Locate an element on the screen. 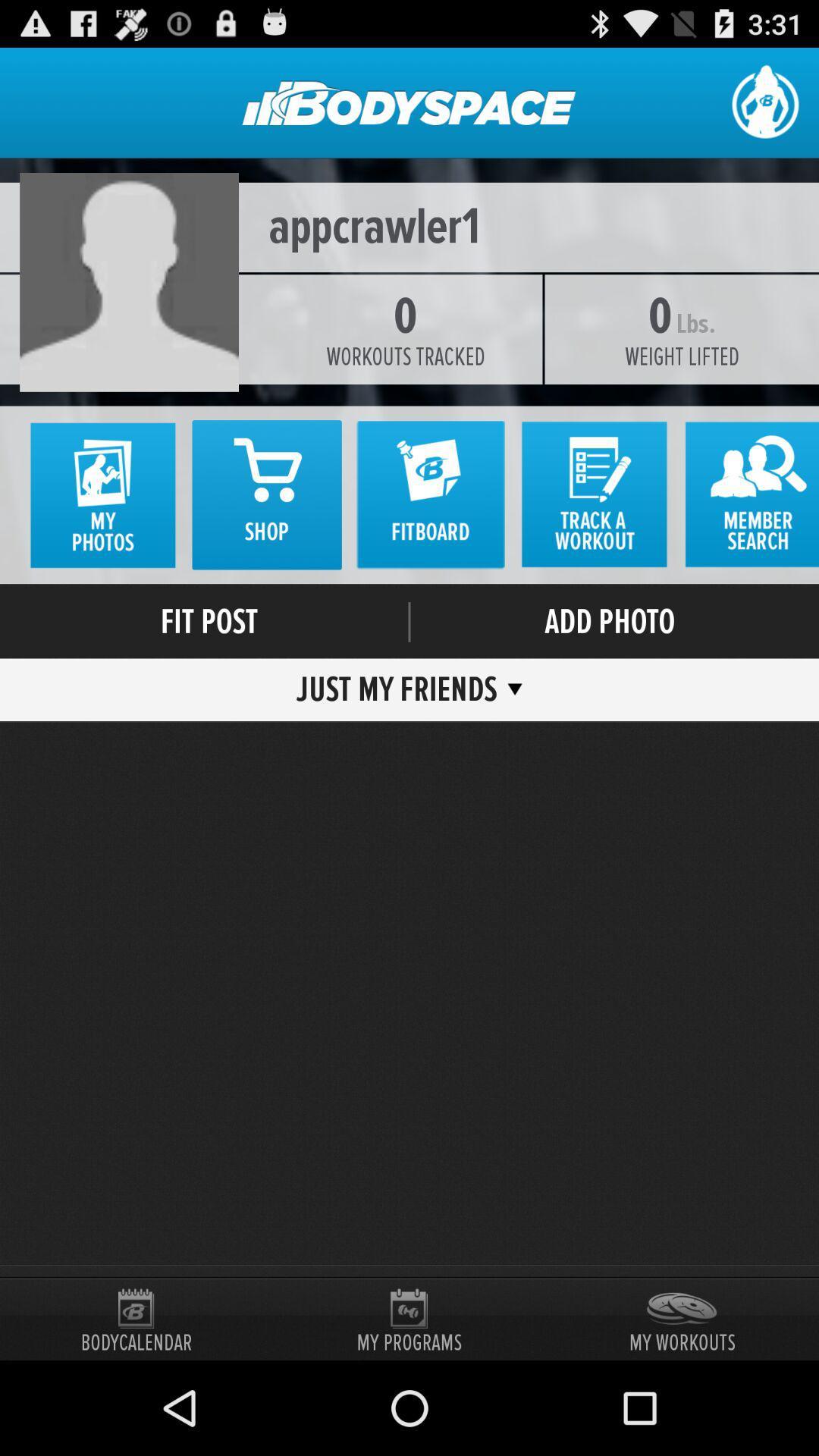  icon below the appcrawler1 icon is located at coordinates (405, 356).